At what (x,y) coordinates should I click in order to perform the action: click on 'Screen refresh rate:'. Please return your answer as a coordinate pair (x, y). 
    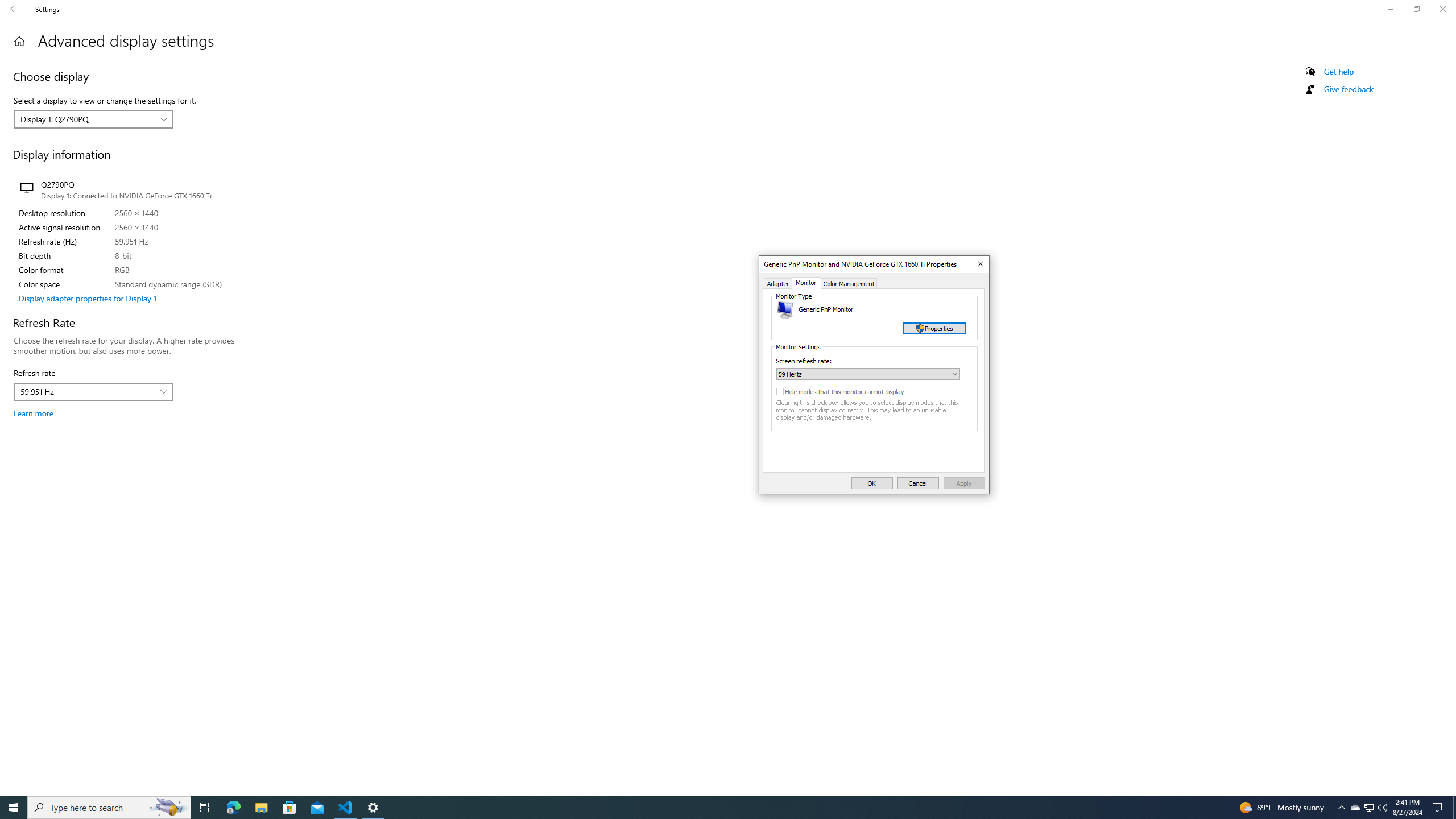
    Looking at the image, I should click on (867, 373).